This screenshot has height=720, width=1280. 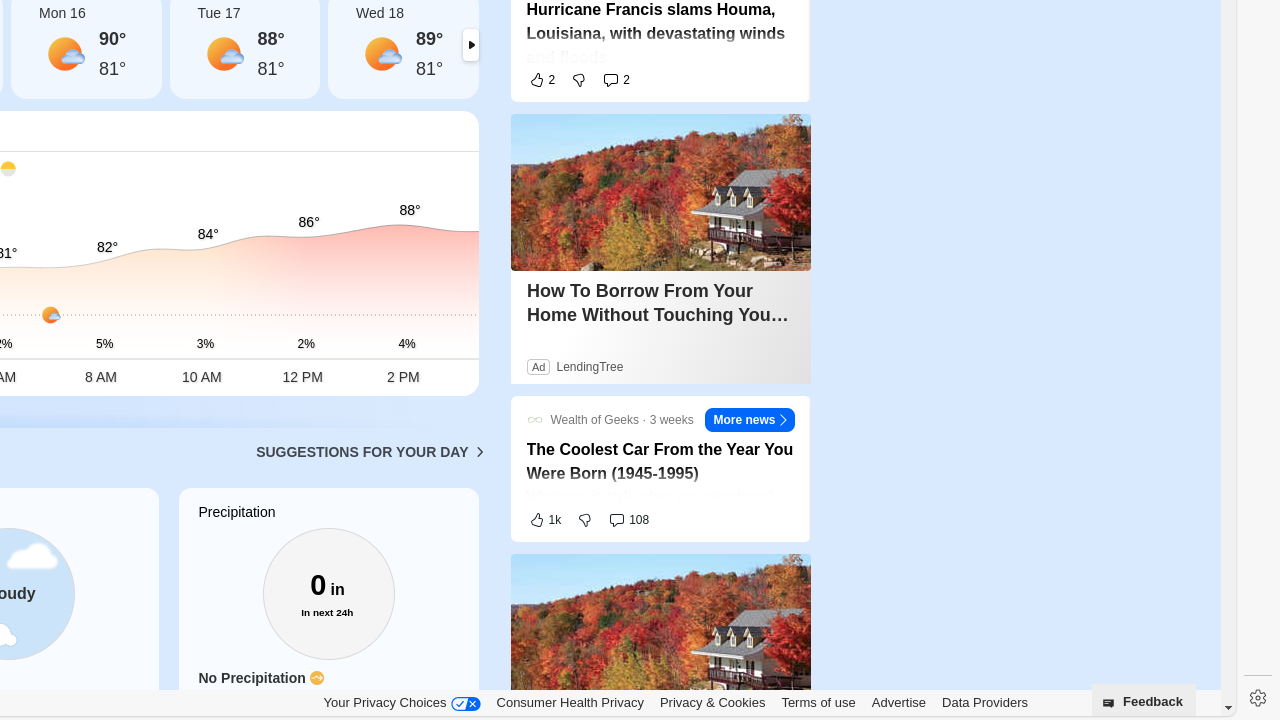 What do you see at coordinates (615, 78) in the screenshot?
I see `'See 2 comments'` at bounding box center [615, 78].